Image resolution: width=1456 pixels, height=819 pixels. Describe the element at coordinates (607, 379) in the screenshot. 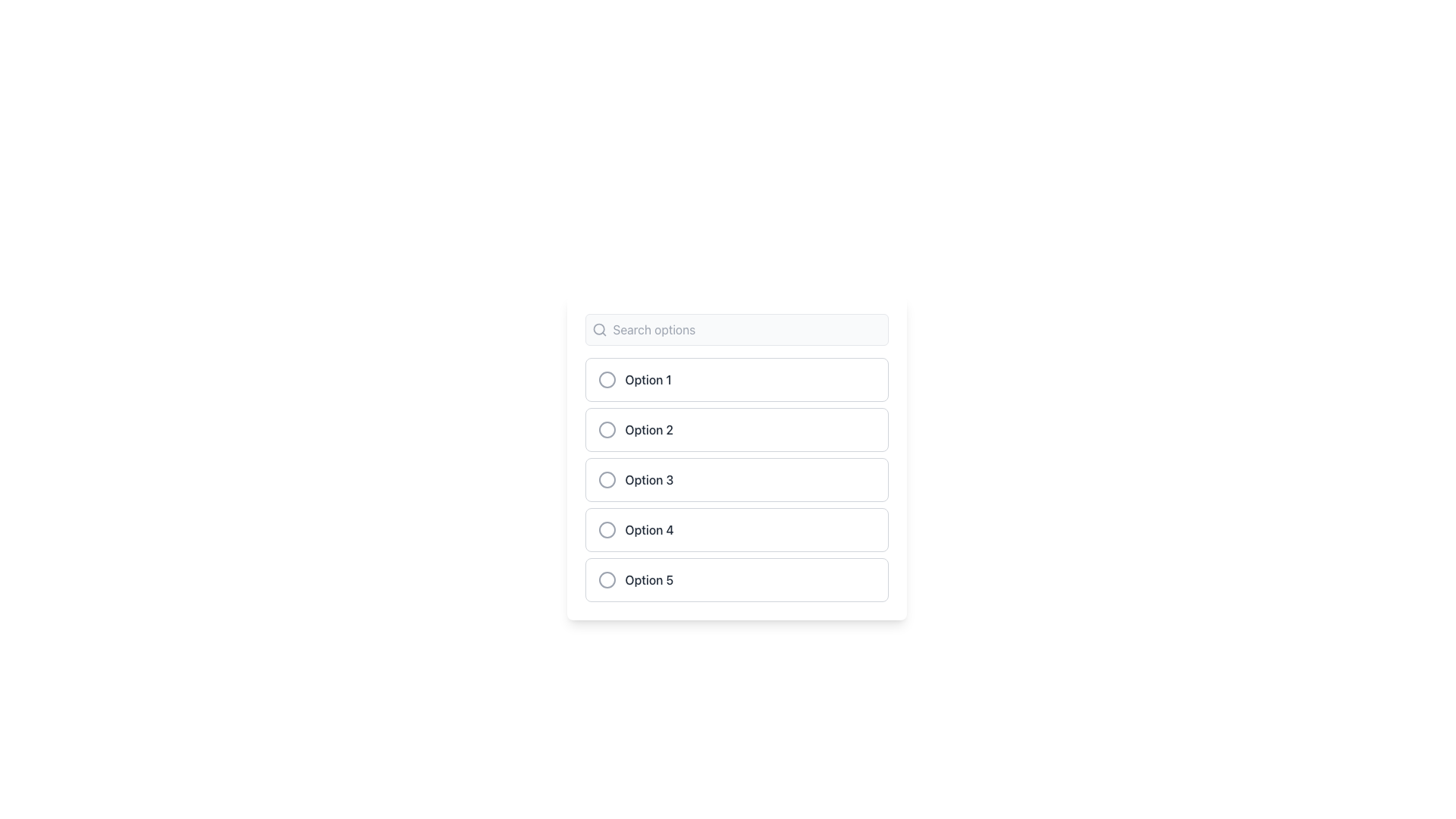

I see `the radio button located to the left of the text 'Option 1'` at that location.